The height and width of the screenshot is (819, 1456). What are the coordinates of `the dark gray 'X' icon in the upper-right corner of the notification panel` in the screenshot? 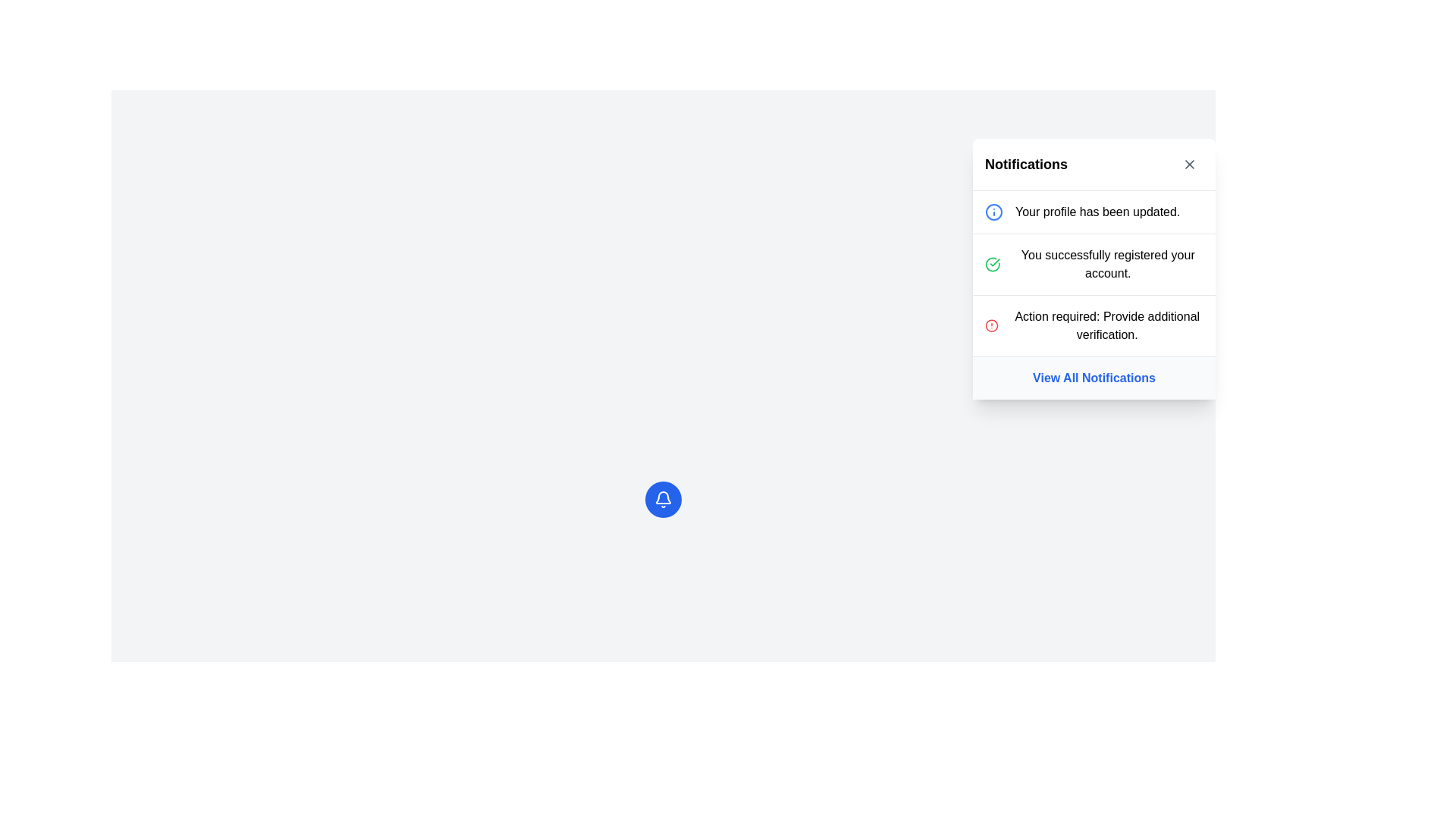 It's located at (1189, 164).